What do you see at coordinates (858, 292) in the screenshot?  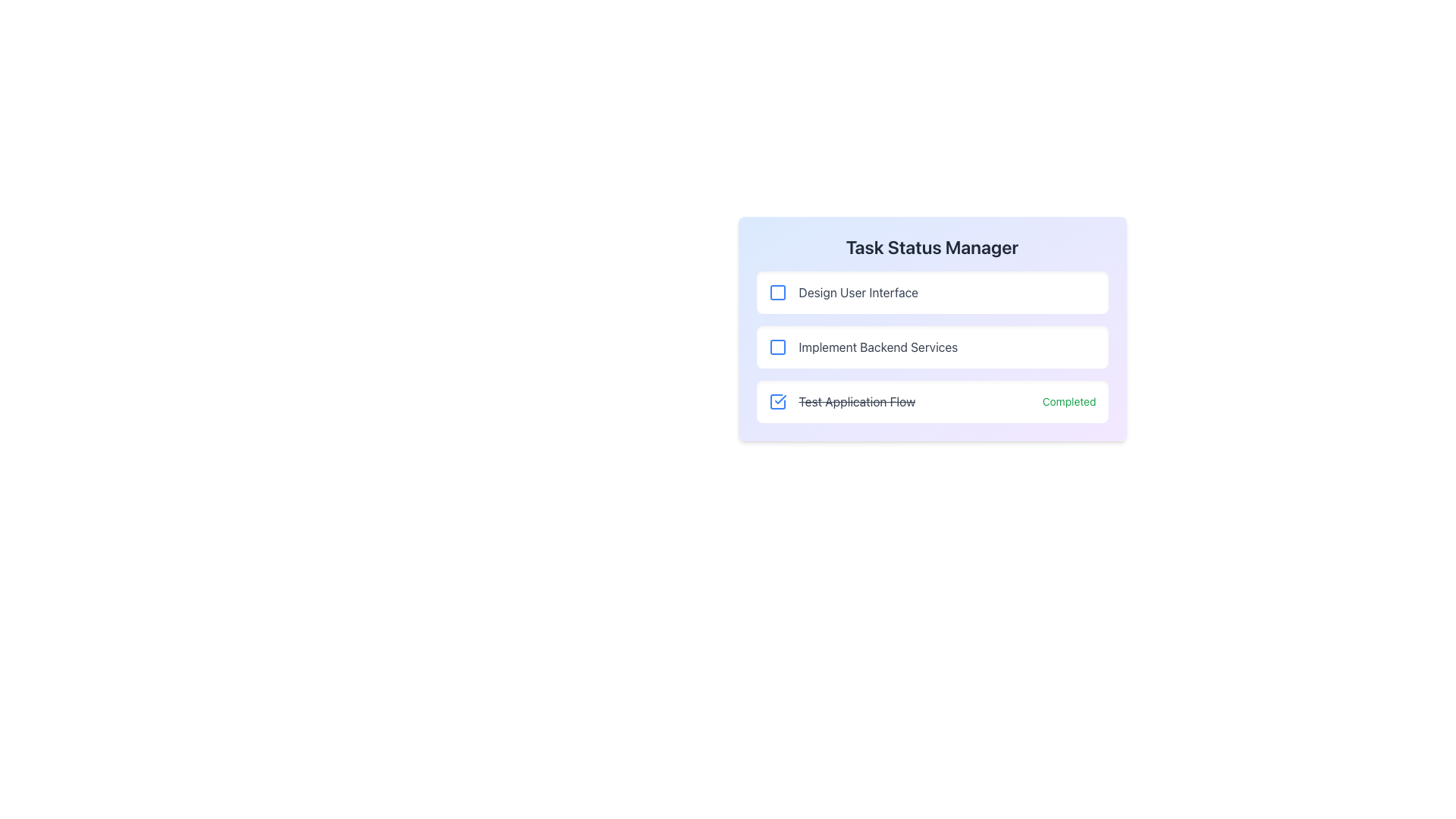 I see `the checkbox associated with the first task label in the task management interface to mark the task as completed` at bounding box center [858, 292].